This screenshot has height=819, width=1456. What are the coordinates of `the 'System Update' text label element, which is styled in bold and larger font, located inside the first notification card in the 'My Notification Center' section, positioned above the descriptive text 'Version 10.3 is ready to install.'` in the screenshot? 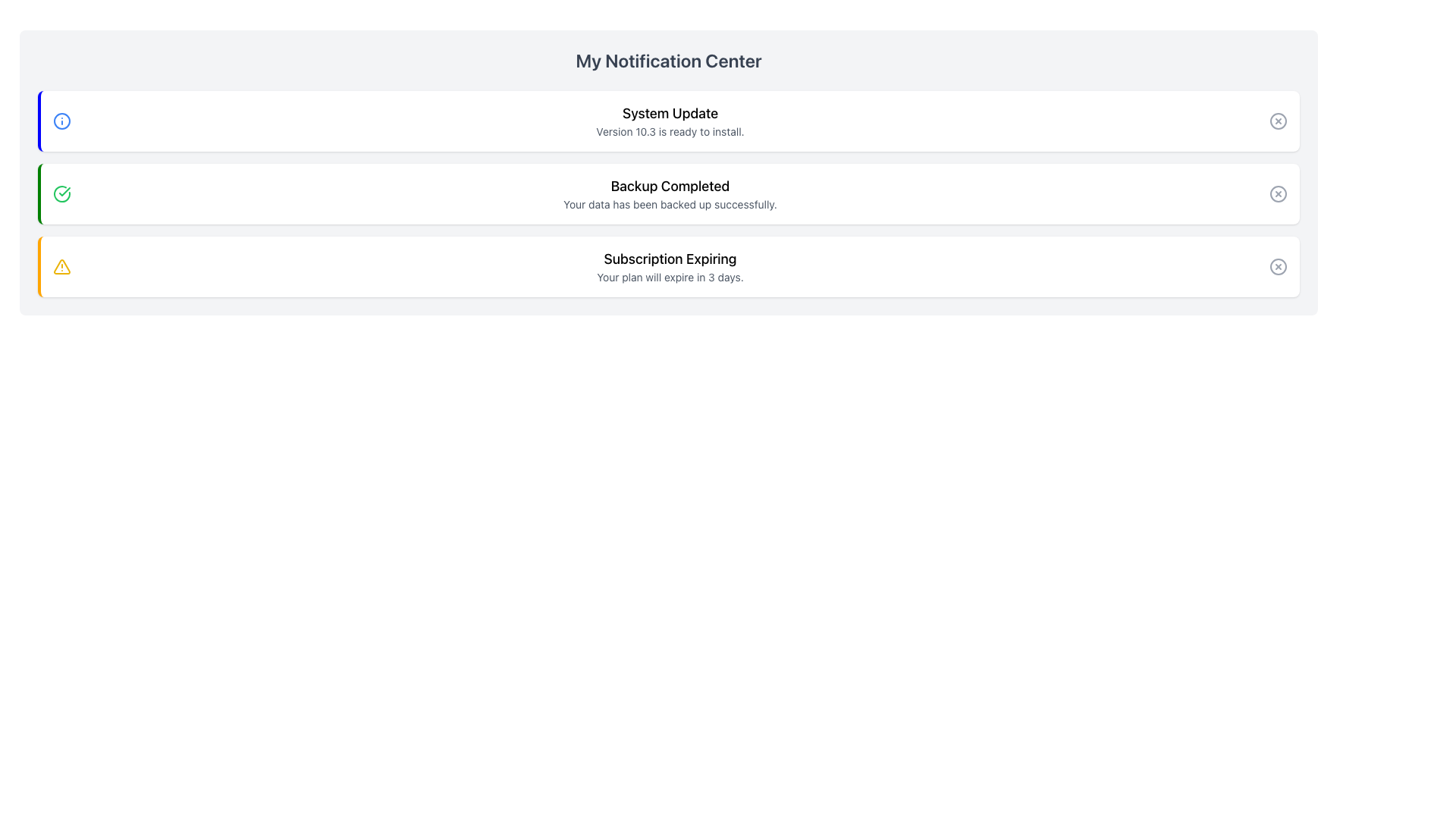 It's located at (669, 113).